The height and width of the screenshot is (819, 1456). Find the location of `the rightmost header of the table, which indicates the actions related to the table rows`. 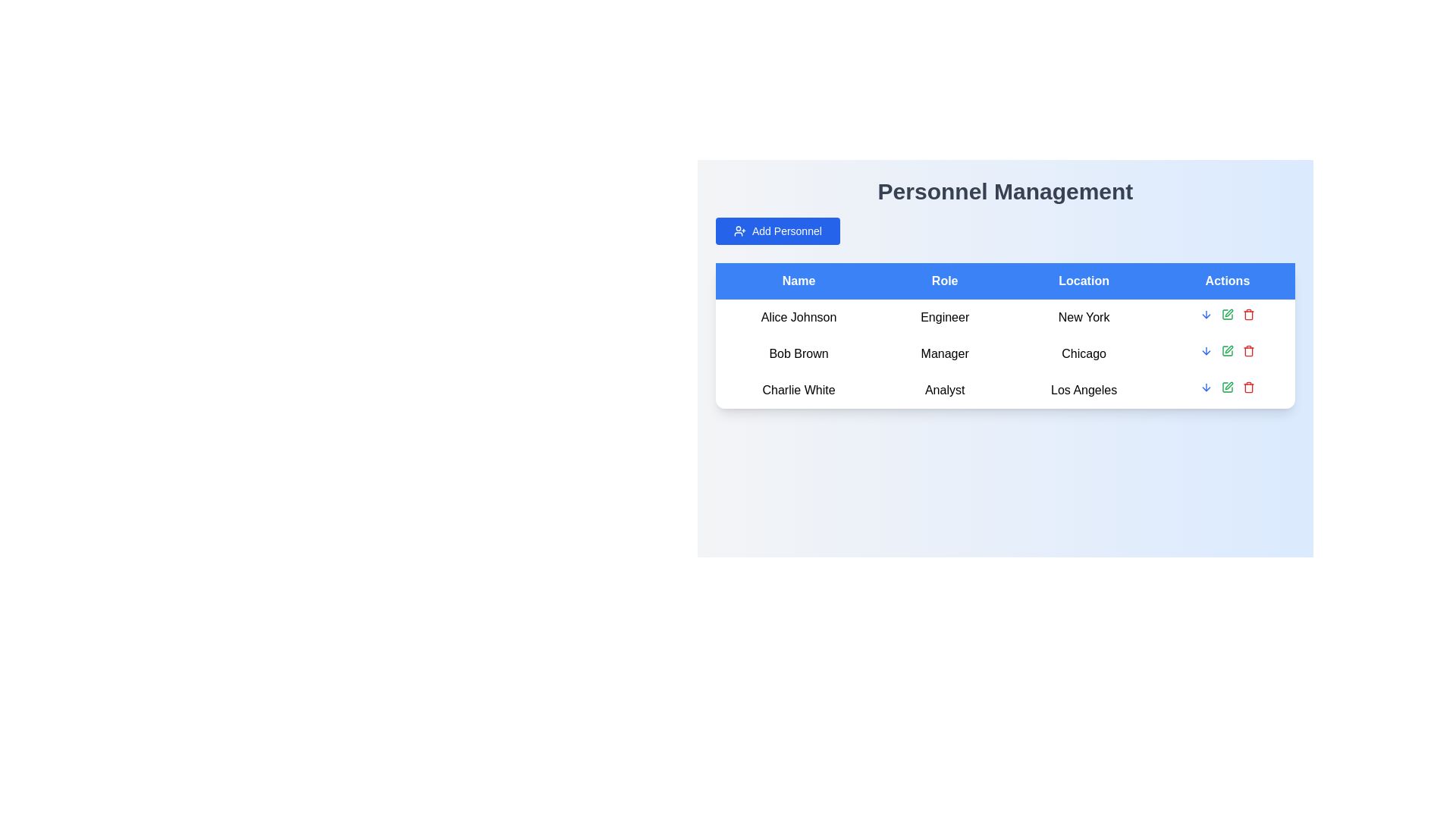

the rightmost header of the table, which indicates the actions related to the table rows is located at coordinates (1227, 281).